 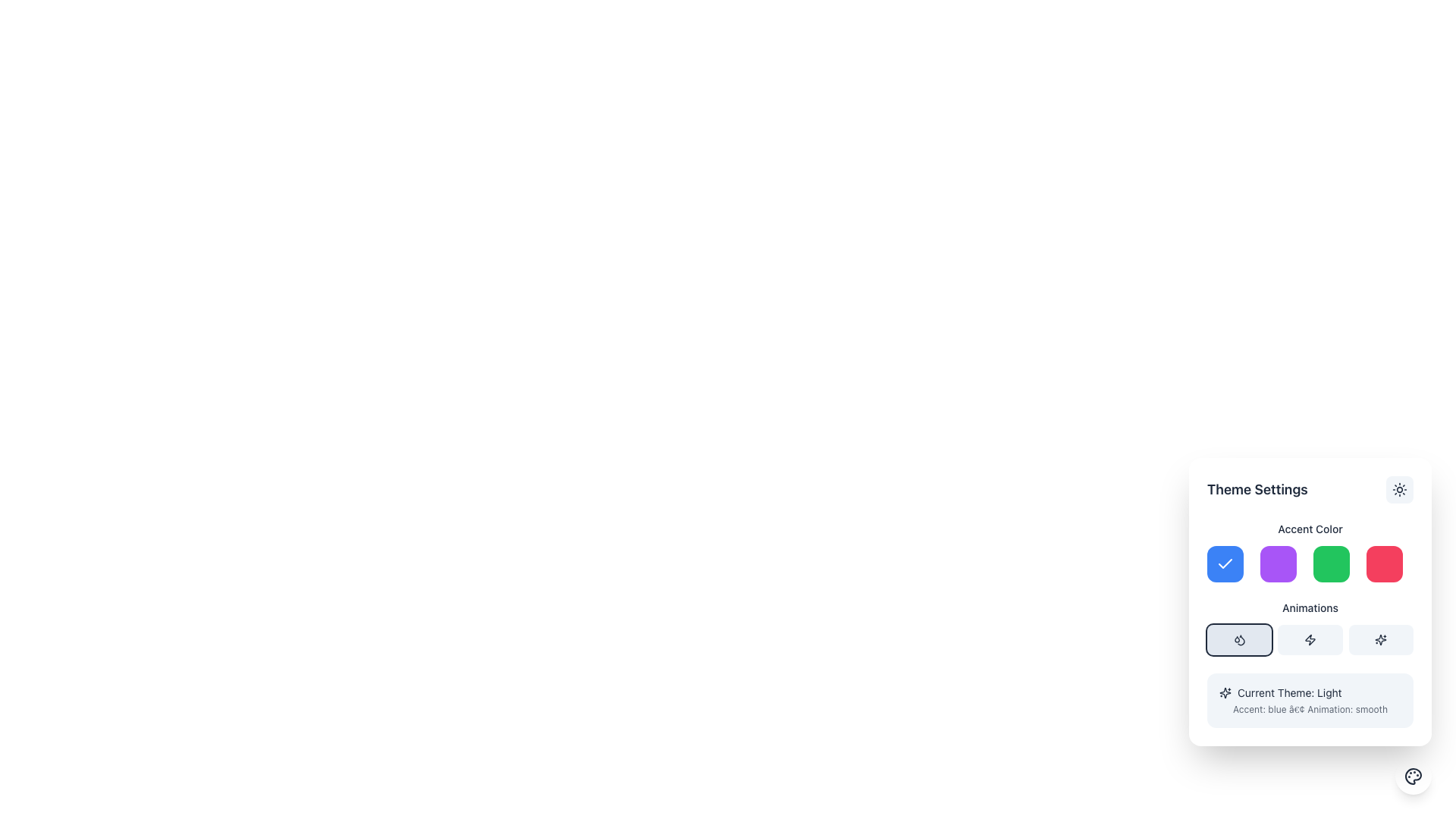 What do you see at coordinates (1310, 628) in the screenshot?
I see `the button` at bounding box center [1310, 628].